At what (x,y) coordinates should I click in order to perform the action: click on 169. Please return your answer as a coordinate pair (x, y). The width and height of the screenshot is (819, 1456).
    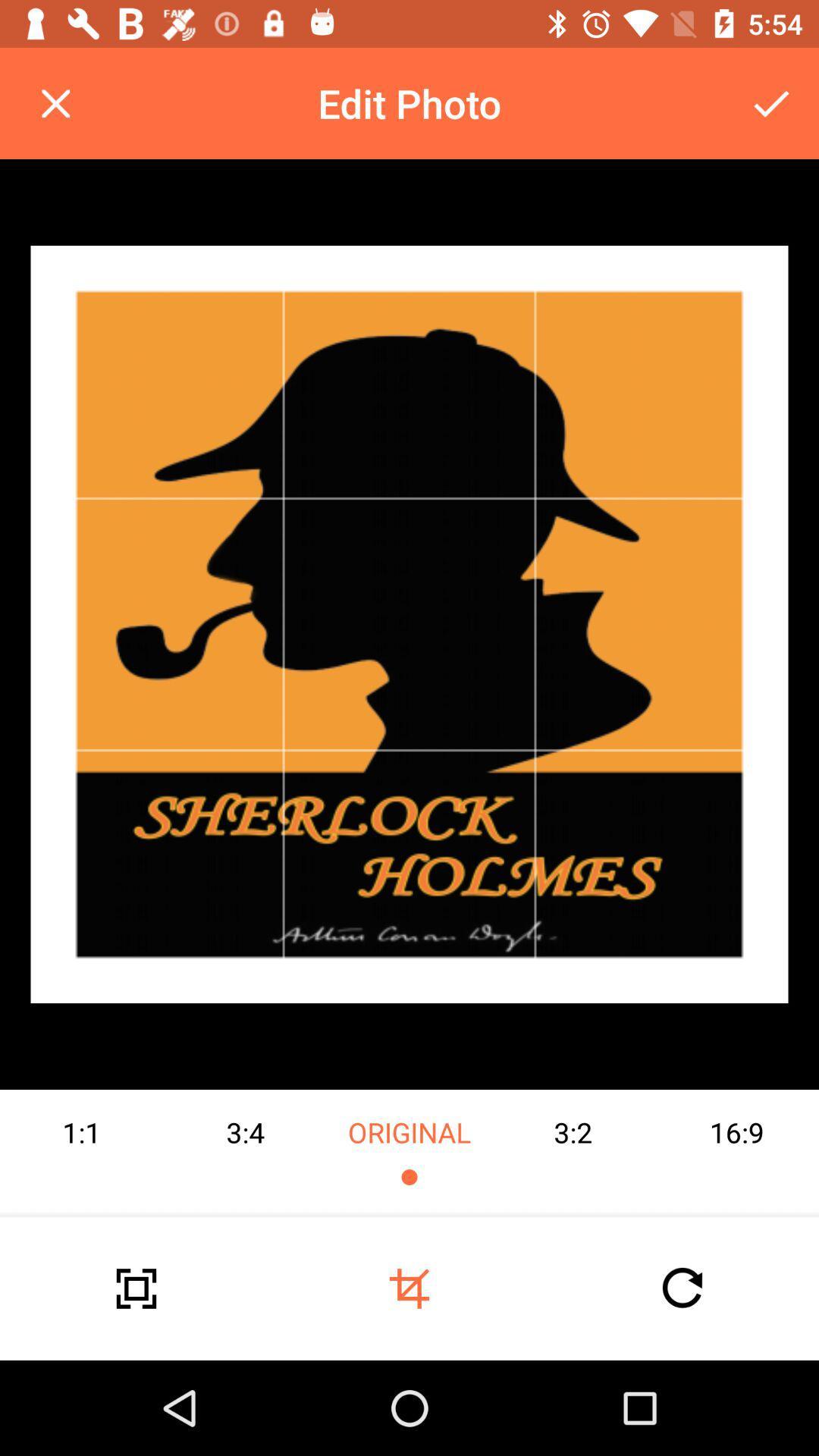
    Looking at the image, I should click on (736, 1153).